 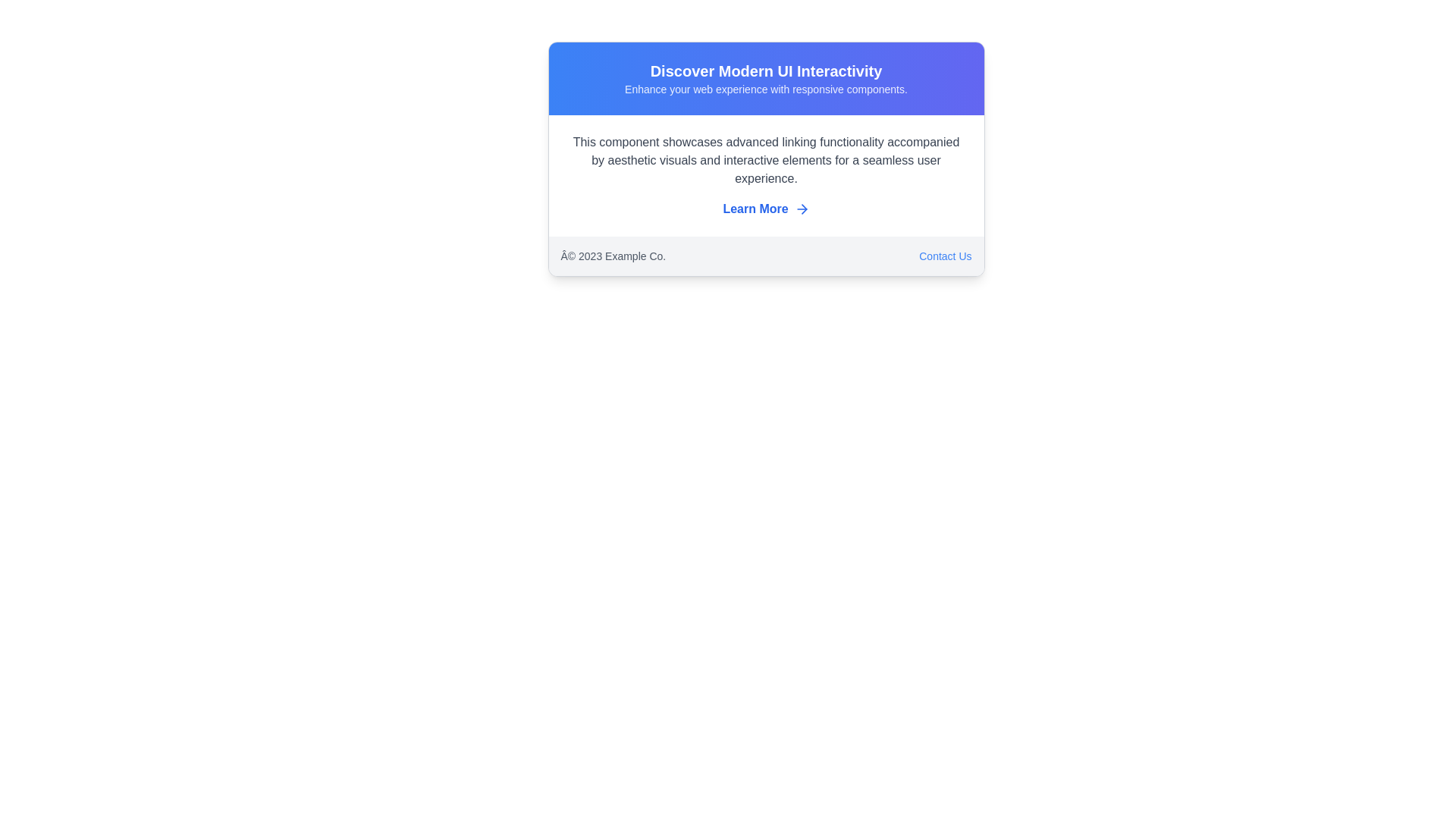 What do you see at coordinates (766, 256) in the screenshot?
I see `the styling of the footer bar that contains a copyright notice and a 'Contact Us' link, located at the bottom of the card component` at bounding box center [766, 256].